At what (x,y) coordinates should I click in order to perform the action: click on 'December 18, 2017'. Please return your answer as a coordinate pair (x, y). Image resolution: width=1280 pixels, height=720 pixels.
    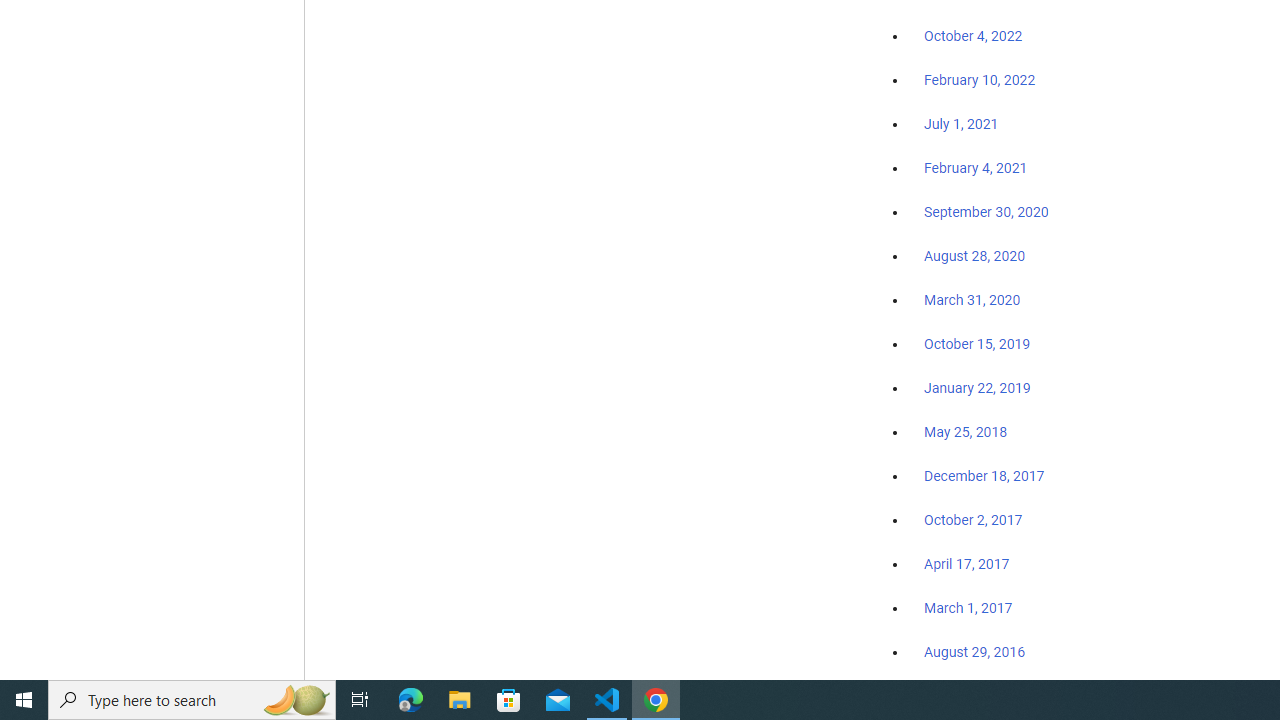
    Looking at the image, I should click on (984, 476).